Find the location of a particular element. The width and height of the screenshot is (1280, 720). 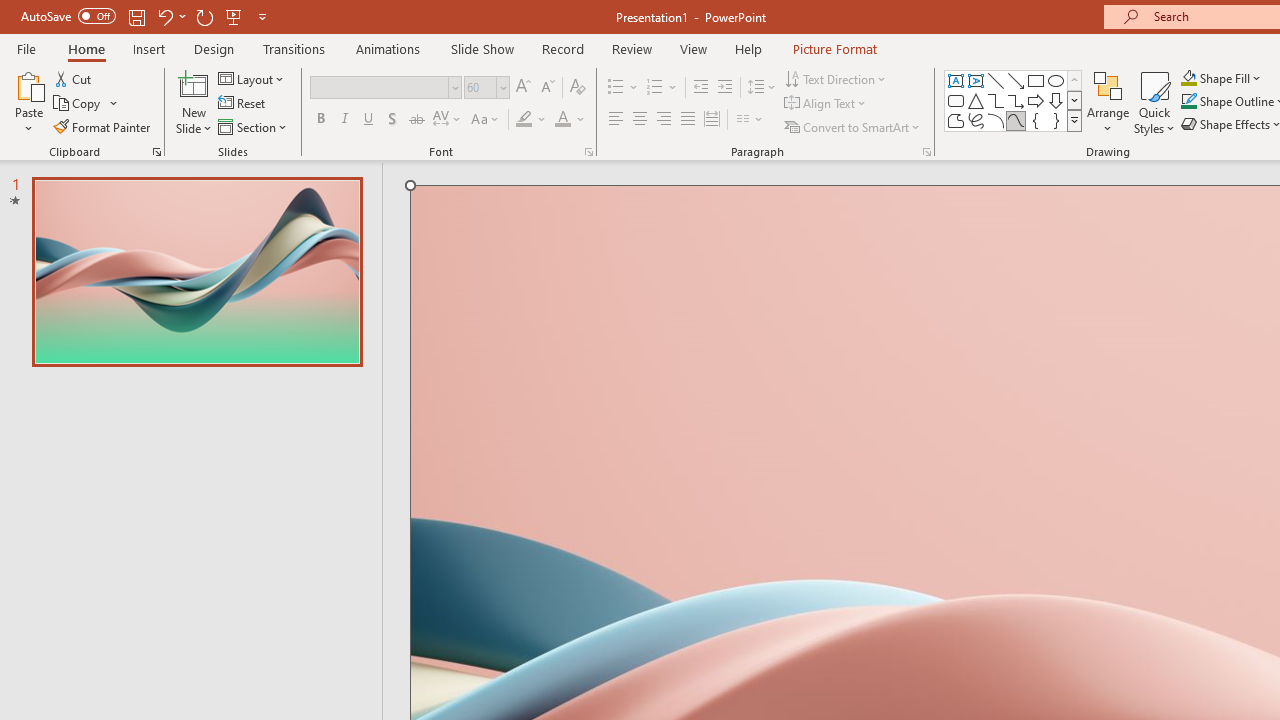

'Picture Format' is located at coordinates (835, 48).